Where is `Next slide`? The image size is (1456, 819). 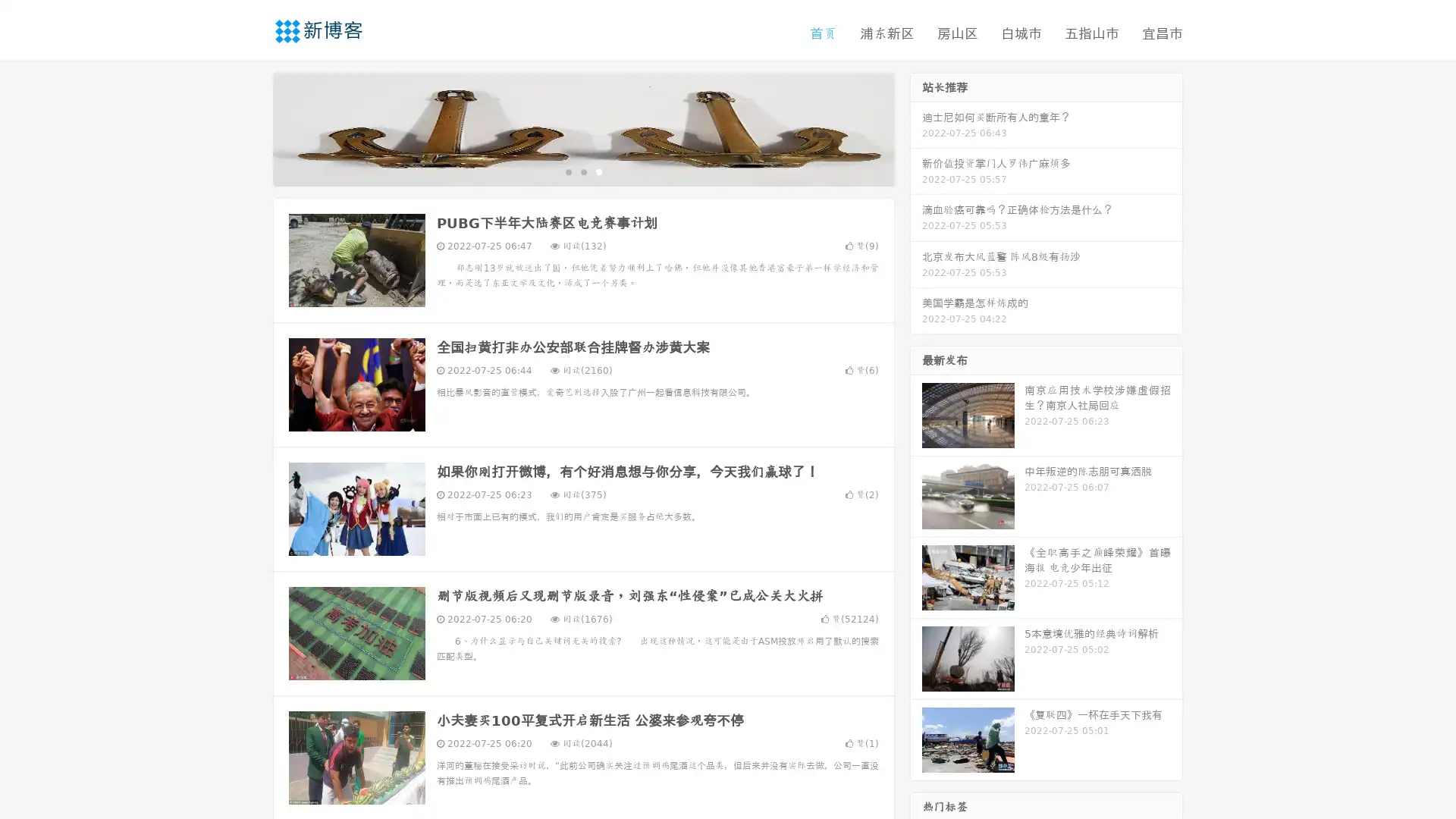
Next slide is located at coordinates (916, 127).